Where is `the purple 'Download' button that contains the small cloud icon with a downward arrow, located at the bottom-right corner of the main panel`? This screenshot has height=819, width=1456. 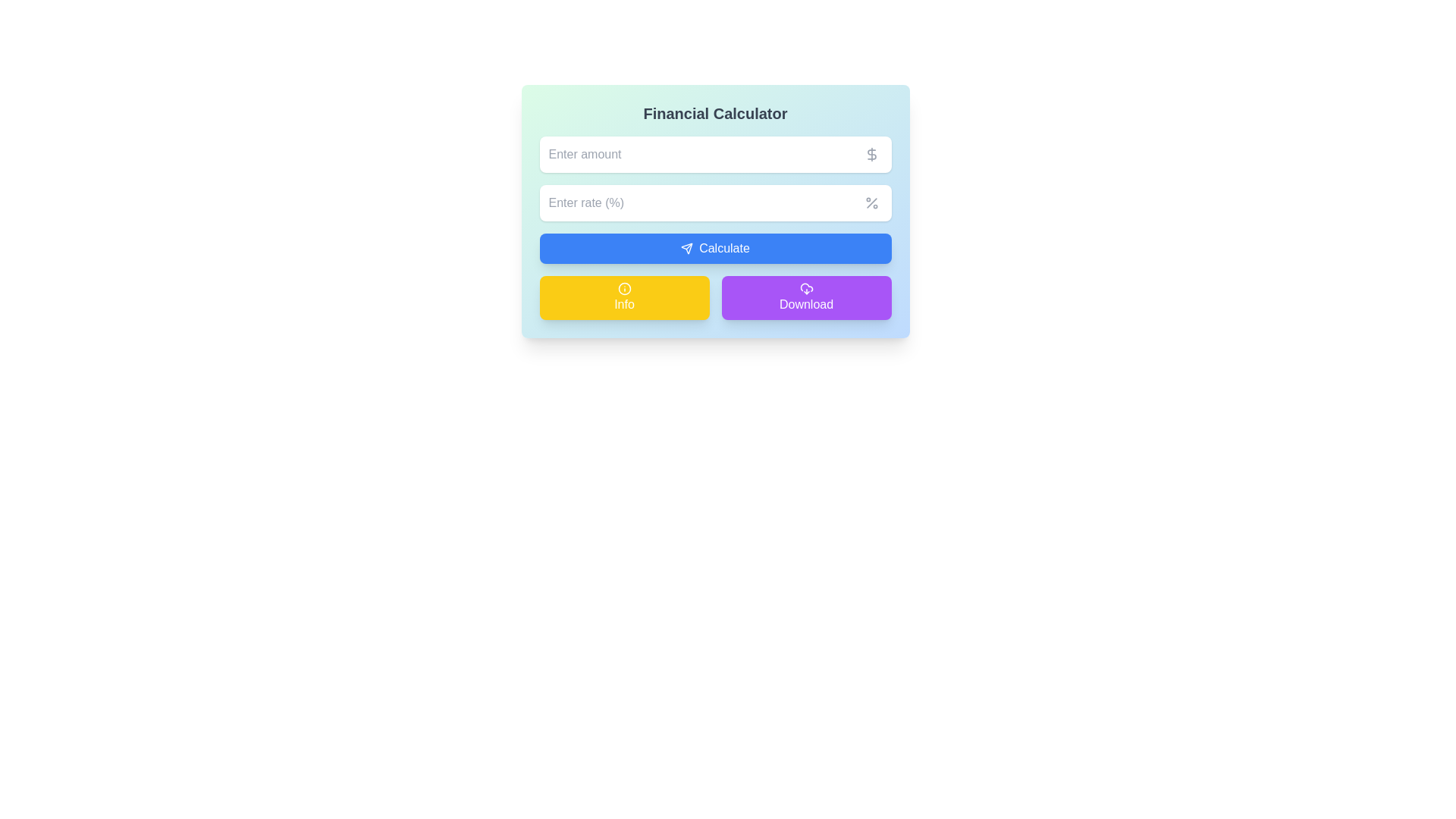 the purple 'Download' button that contains the small cloud icon with a downward arrow, located at the bottom-right corner of the main panel is located at coordinates (805, 289).